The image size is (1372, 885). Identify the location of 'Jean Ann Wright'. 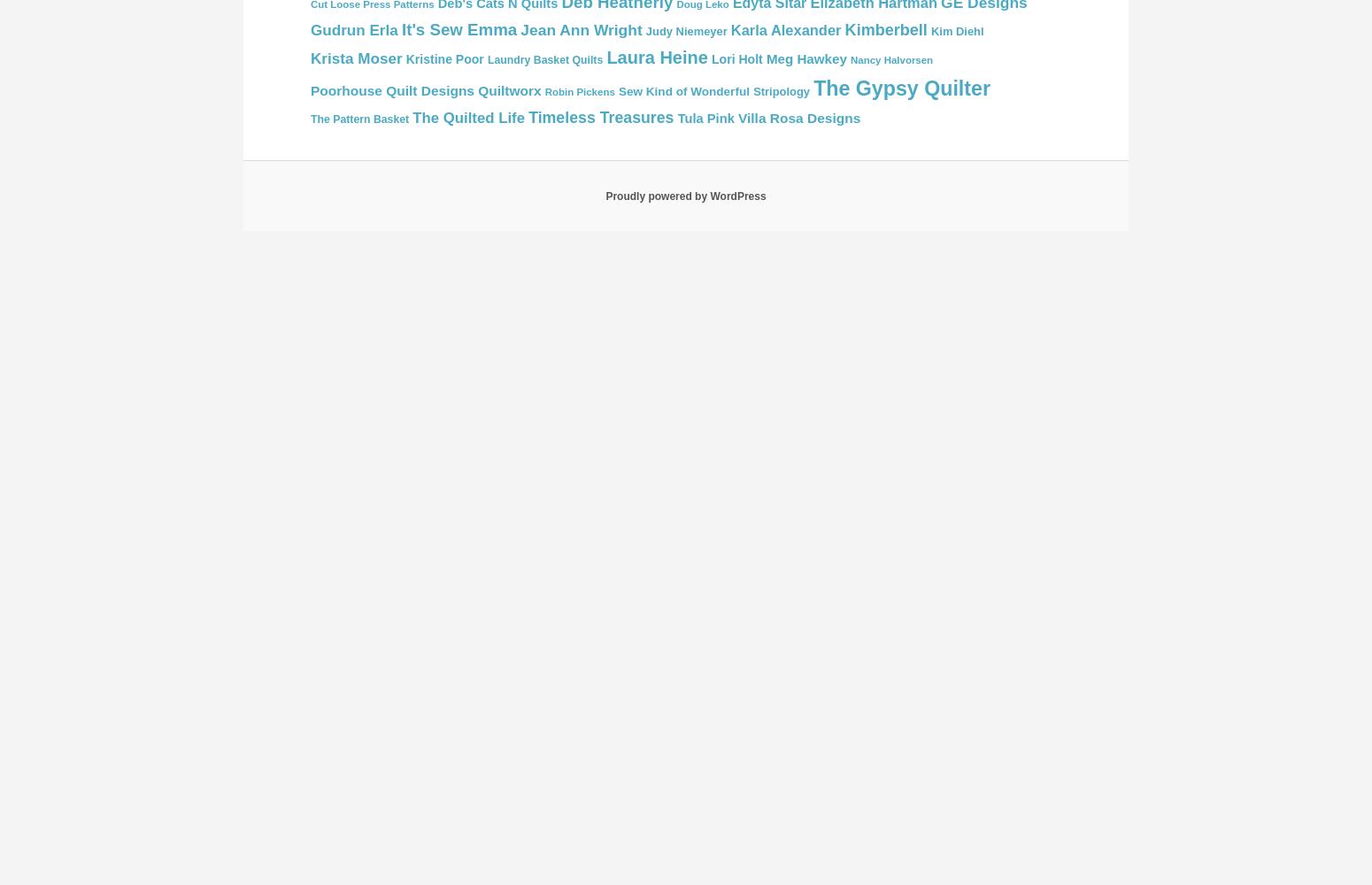
(580, 29).